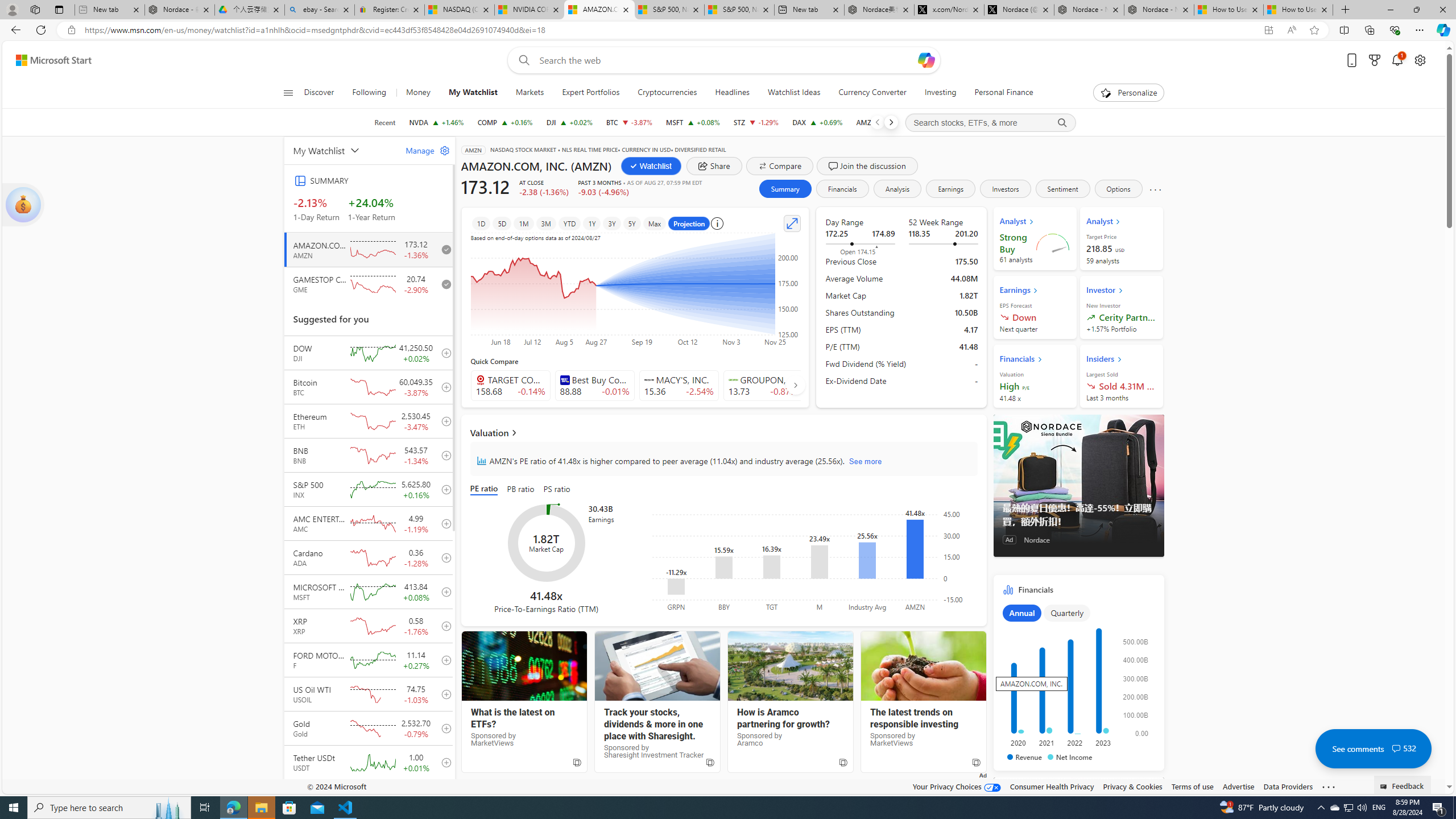  I want to click on 'Compare', so click(779, 166).